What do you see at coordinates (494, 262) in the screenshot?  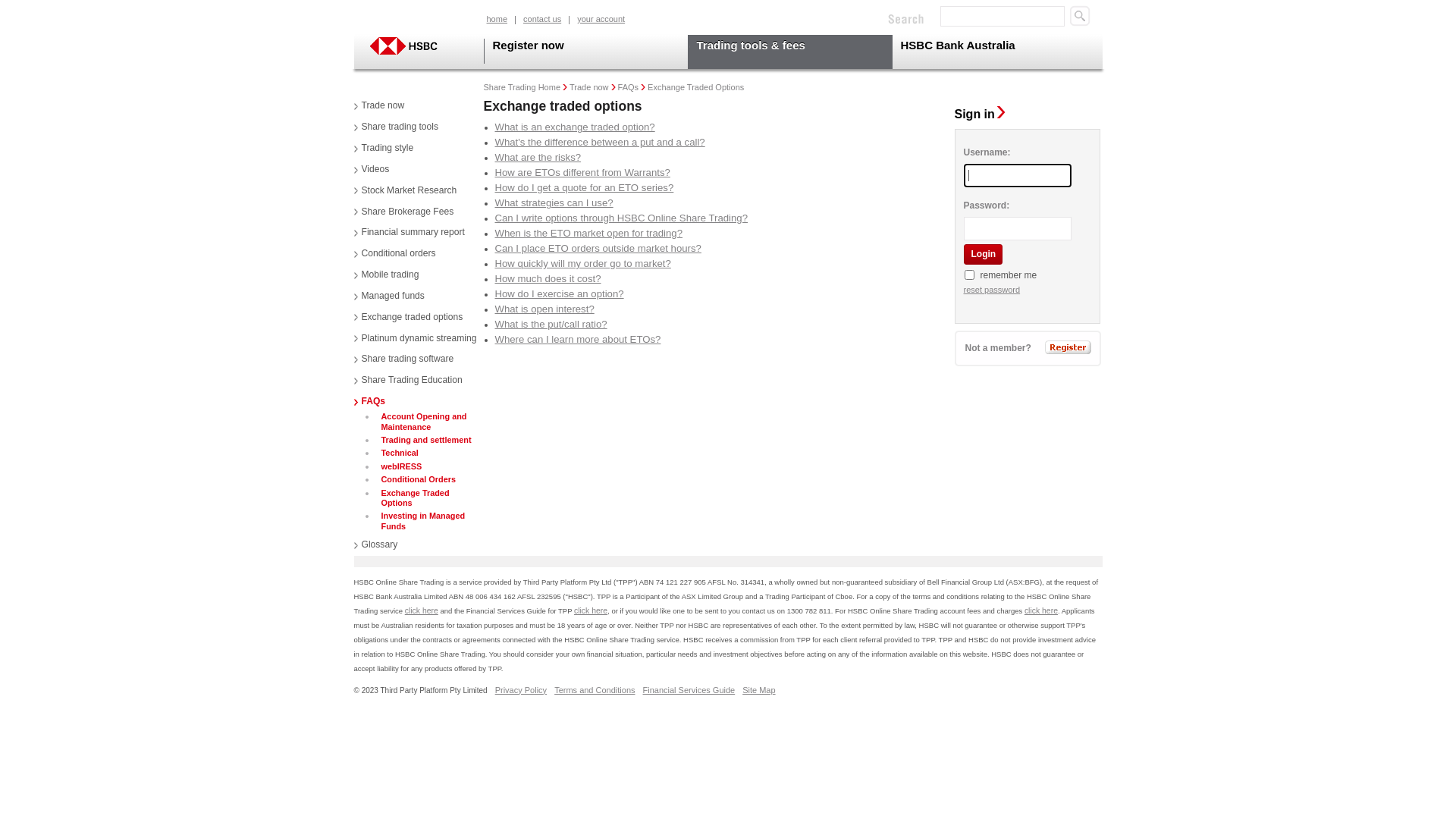 I see `'How quickly will my order go to market?'` at bounding box center [494, 262].